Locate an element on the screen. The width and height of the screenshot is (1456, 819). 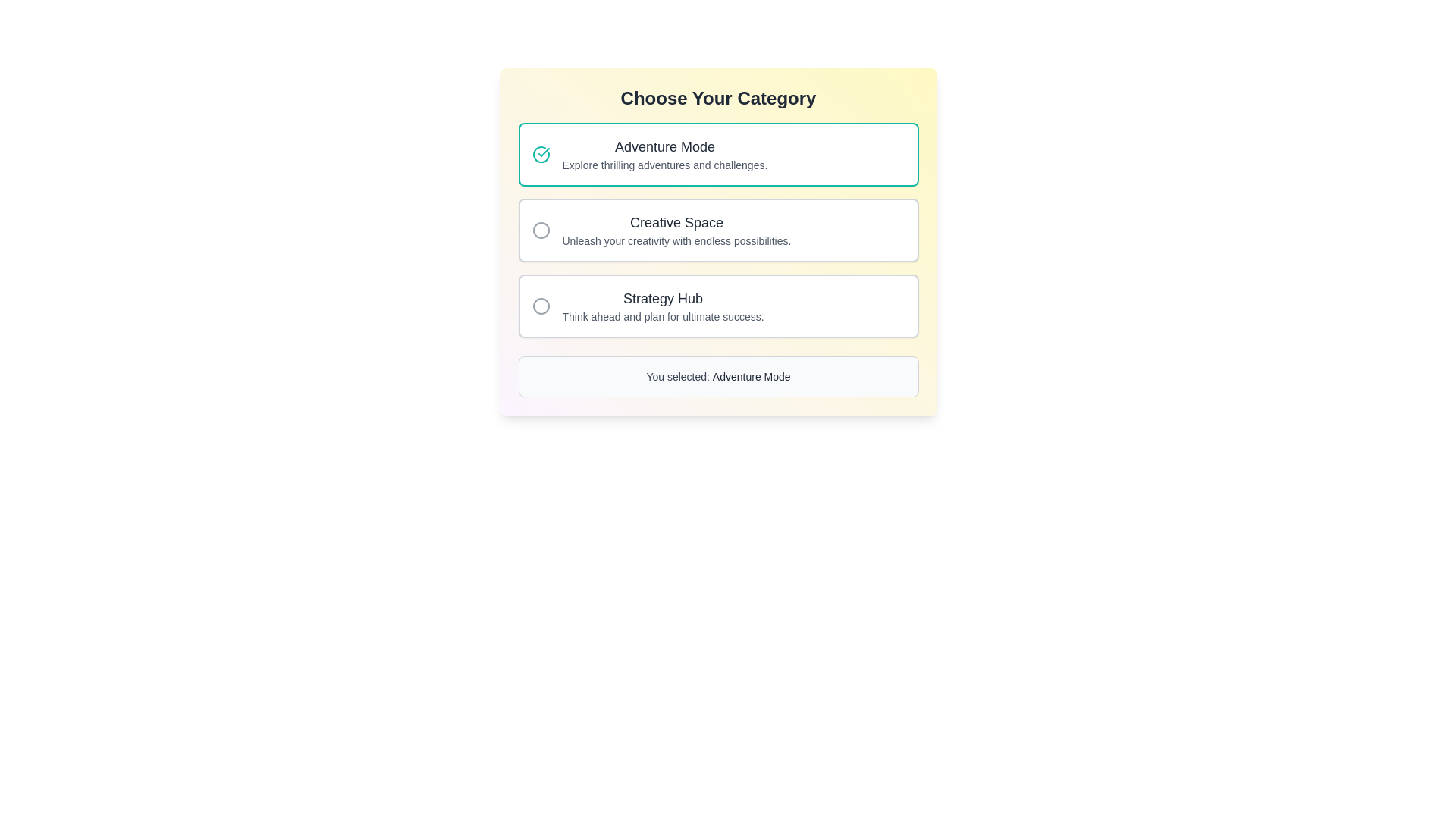
the middle selectable category option in the vertically stacked group is located at coordinates (717, 231).